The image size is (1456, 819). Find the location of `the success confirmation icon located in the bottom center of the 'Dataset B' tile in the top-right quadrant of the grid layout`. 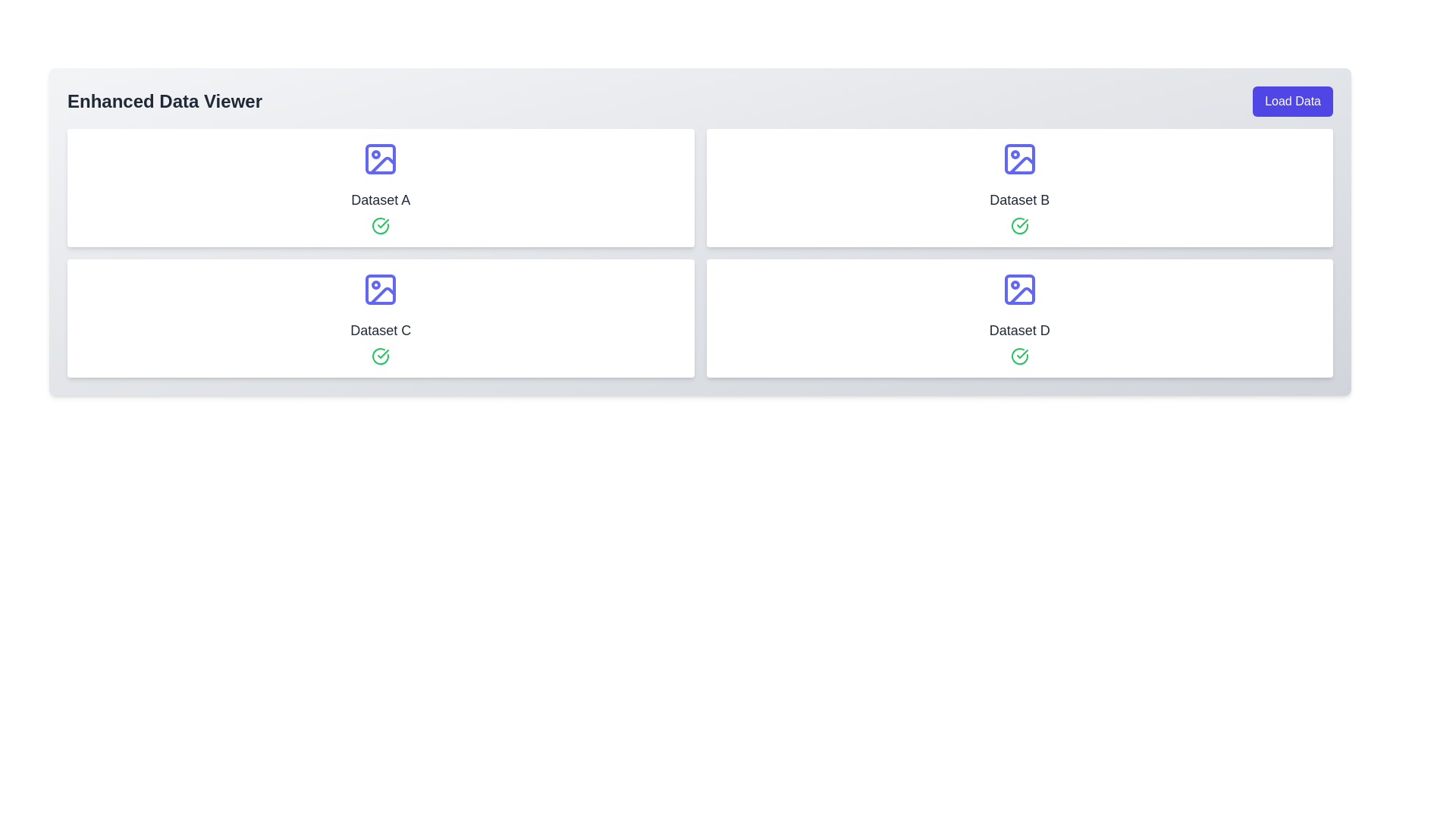

the success confirmation icon located in the bottom center of the 'Dataset B' tile in the top-right quadrant of the grid layout is located at coordinates (1022, 223).